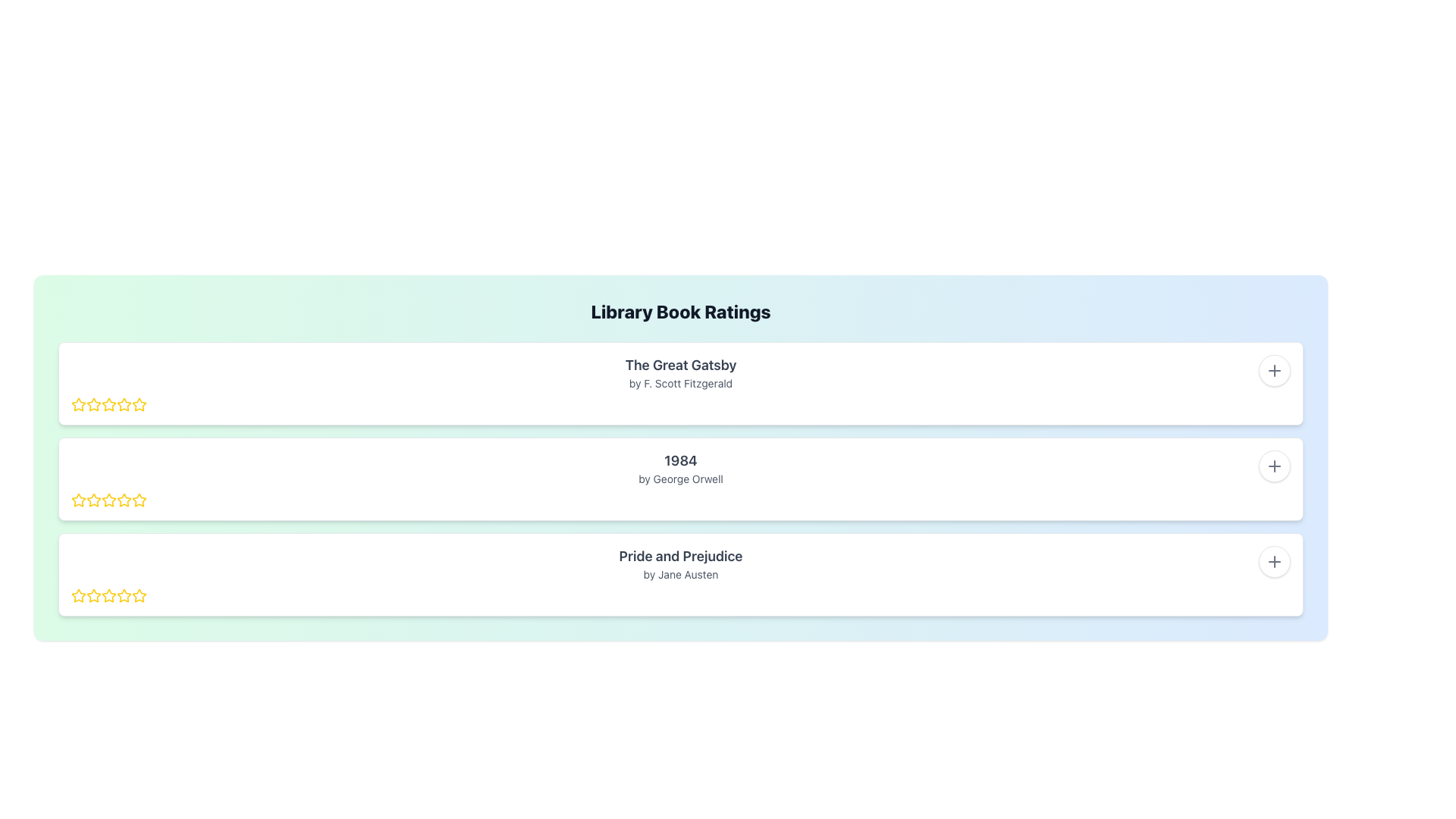 The height and width of the screenshot is (819, 1456). I want to click on the last star icon in the 5-star rating system for the book 'The Great Gatsby', so click(139, 403).